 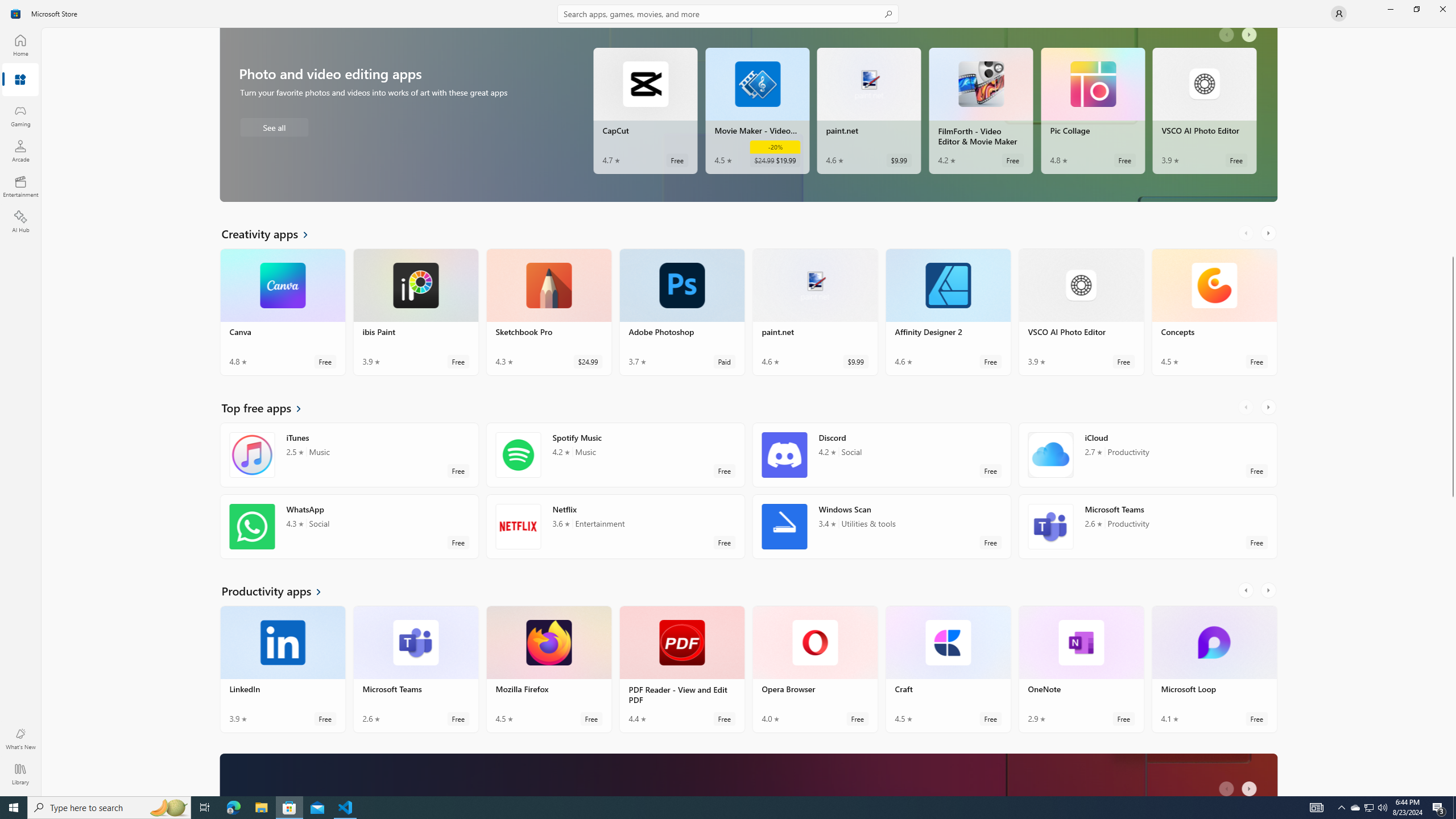 I want to click on 'See all  Productivity apps', so click(x=278, y=590).